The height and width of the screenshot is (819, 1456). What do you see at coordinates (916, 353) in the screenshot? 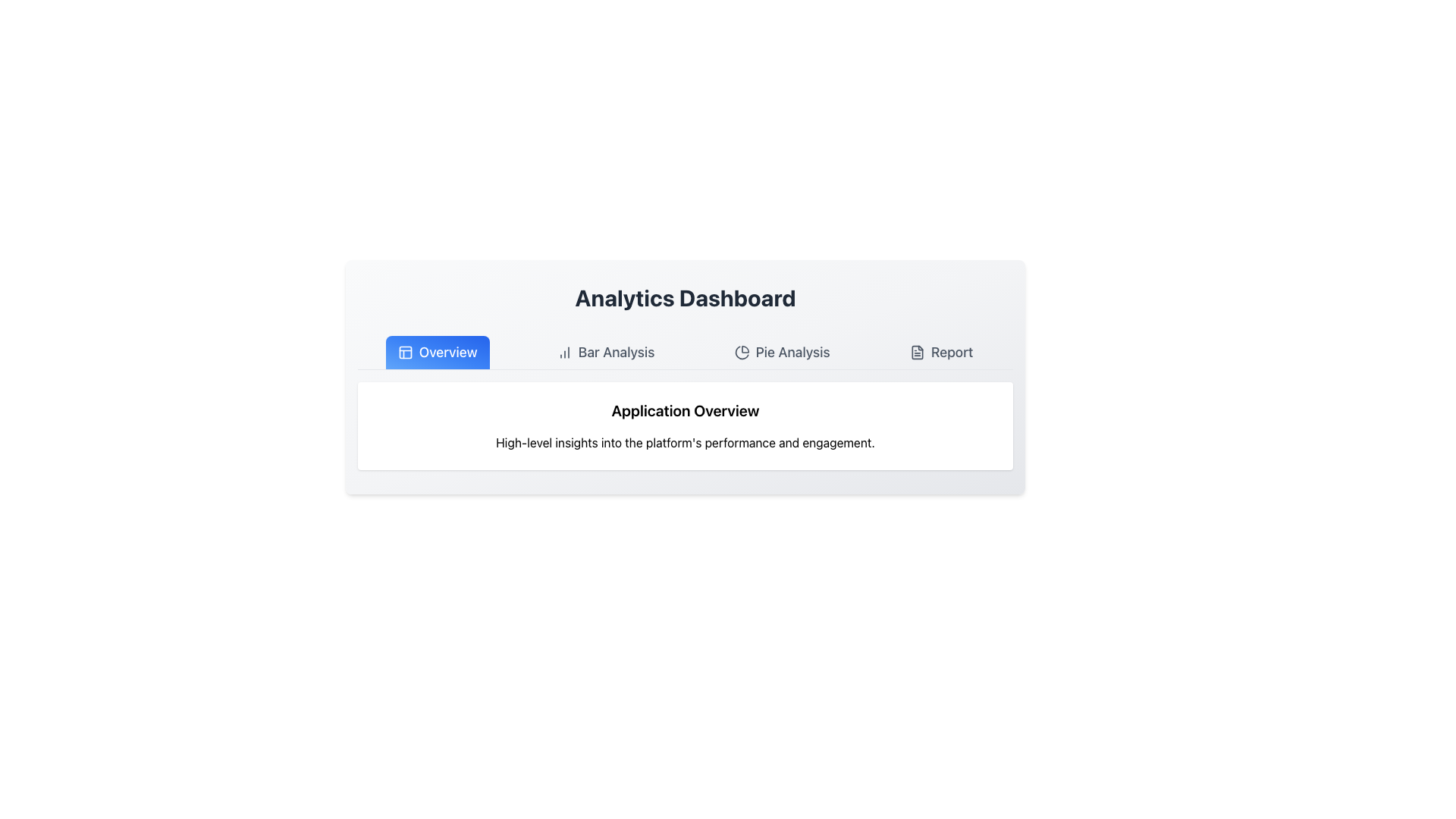
I see `the document icon with a folded corner located in the 'Report' tab, which is the fourth tab from the left in the navigation bar` at bounding box center [916, 353].